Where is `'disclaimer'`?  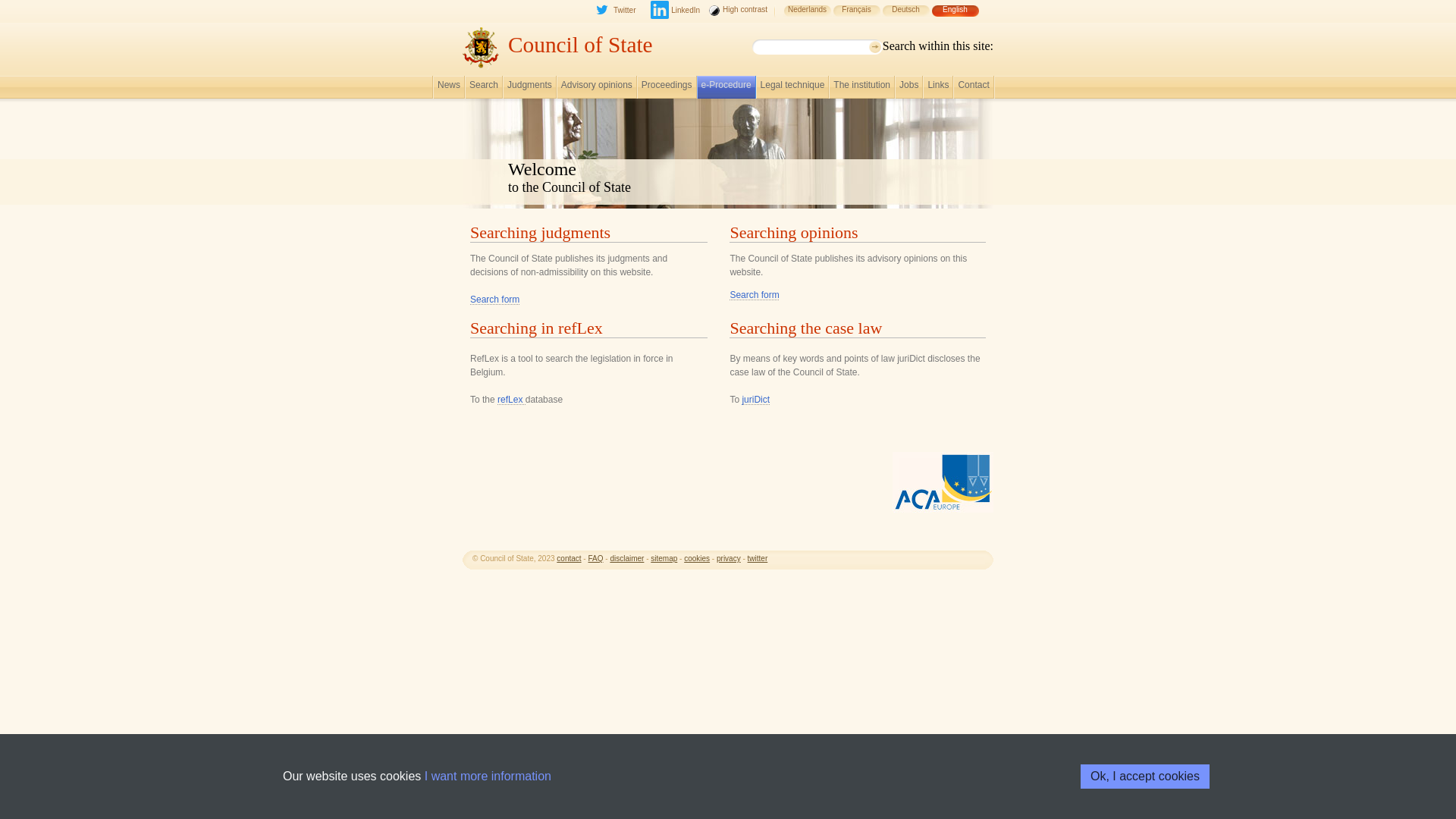 'disclaimer' is located at coordinates (626, 558).